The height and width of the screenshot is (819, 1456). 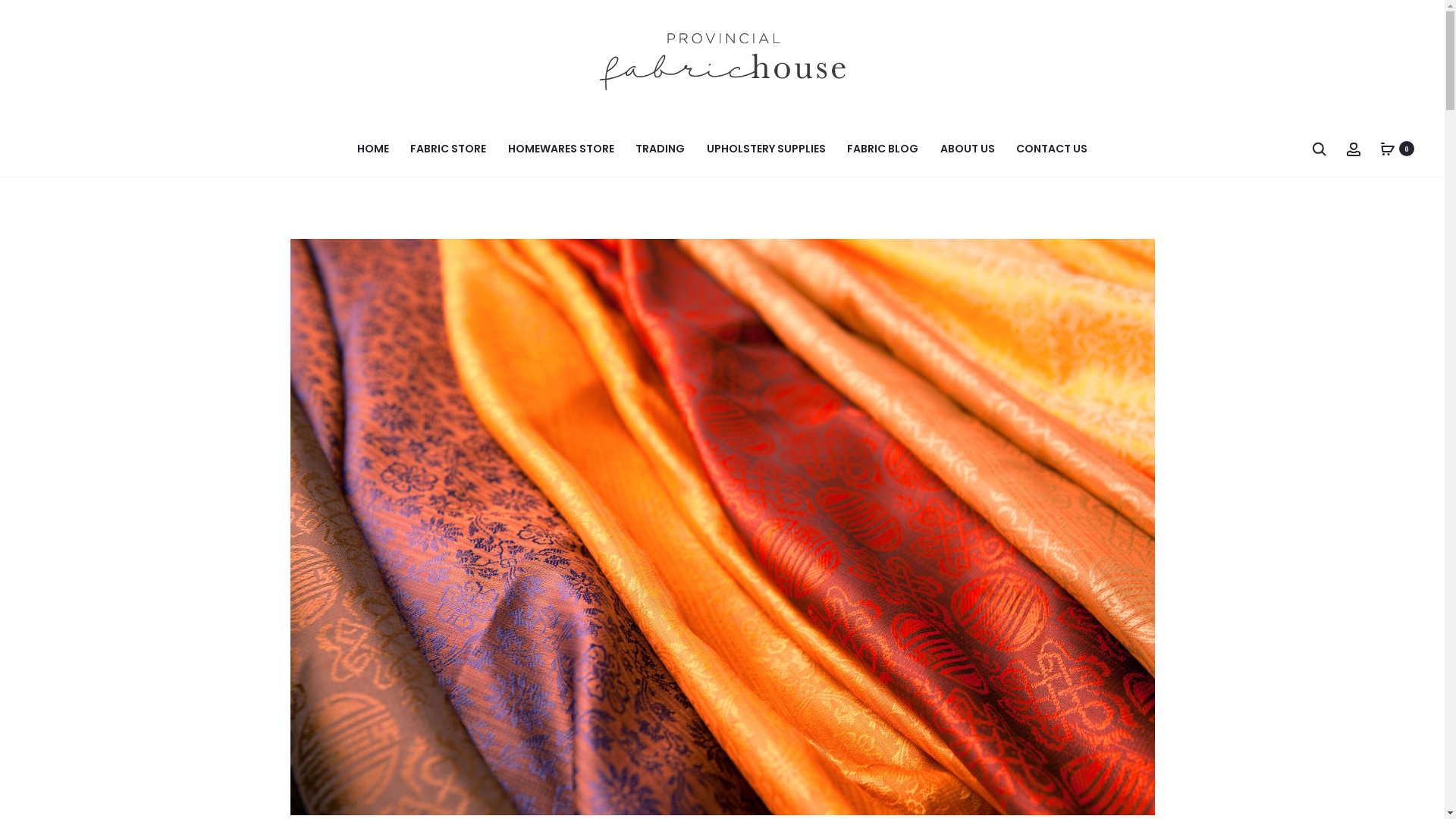 What do you see at coordinates (882, 149) in the screenshot?
I see `'FABRIC BLOG'` at bounding box center [882, 149].